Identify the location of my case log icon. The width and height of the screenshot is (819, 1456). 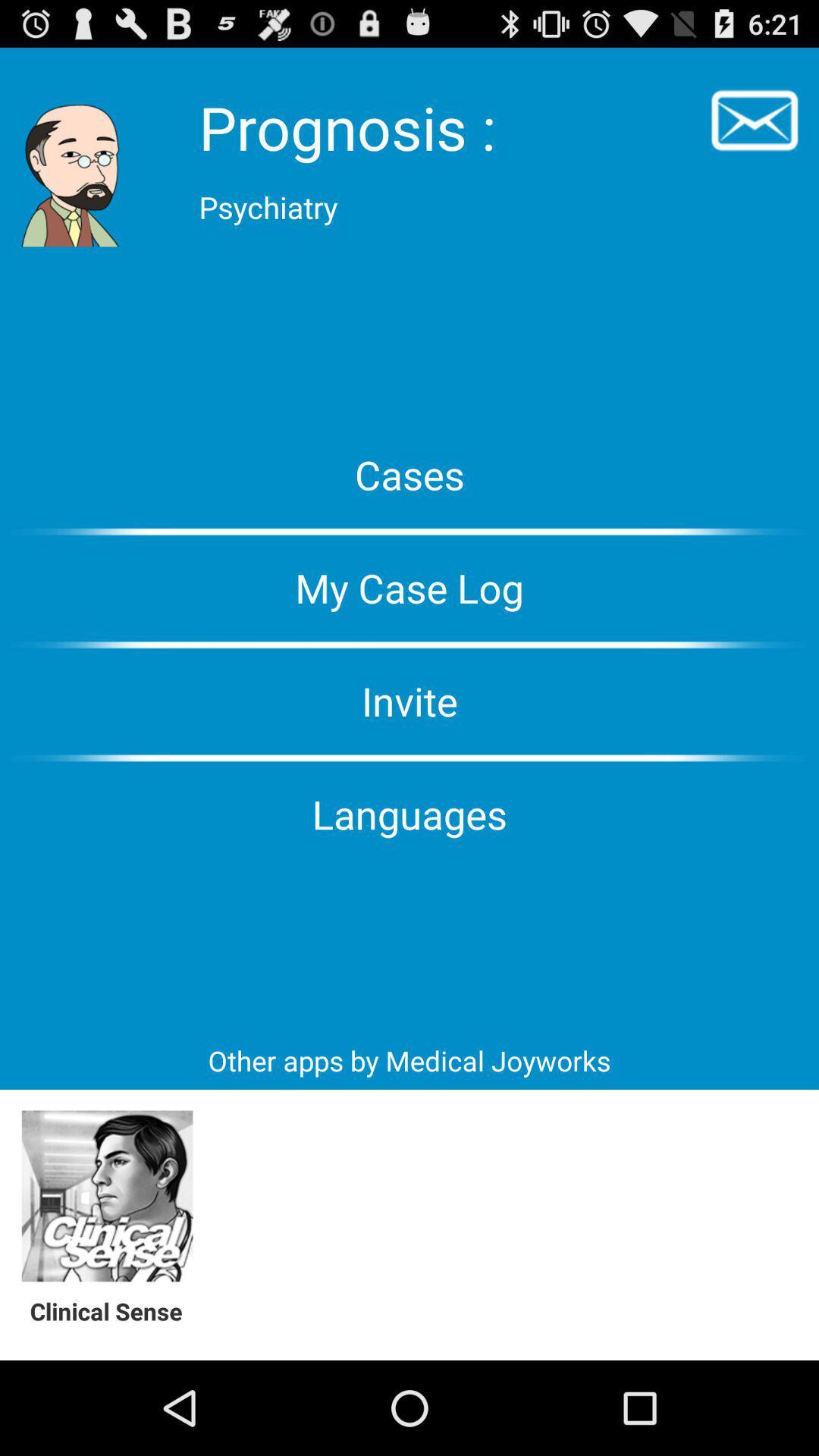
(409, 587).